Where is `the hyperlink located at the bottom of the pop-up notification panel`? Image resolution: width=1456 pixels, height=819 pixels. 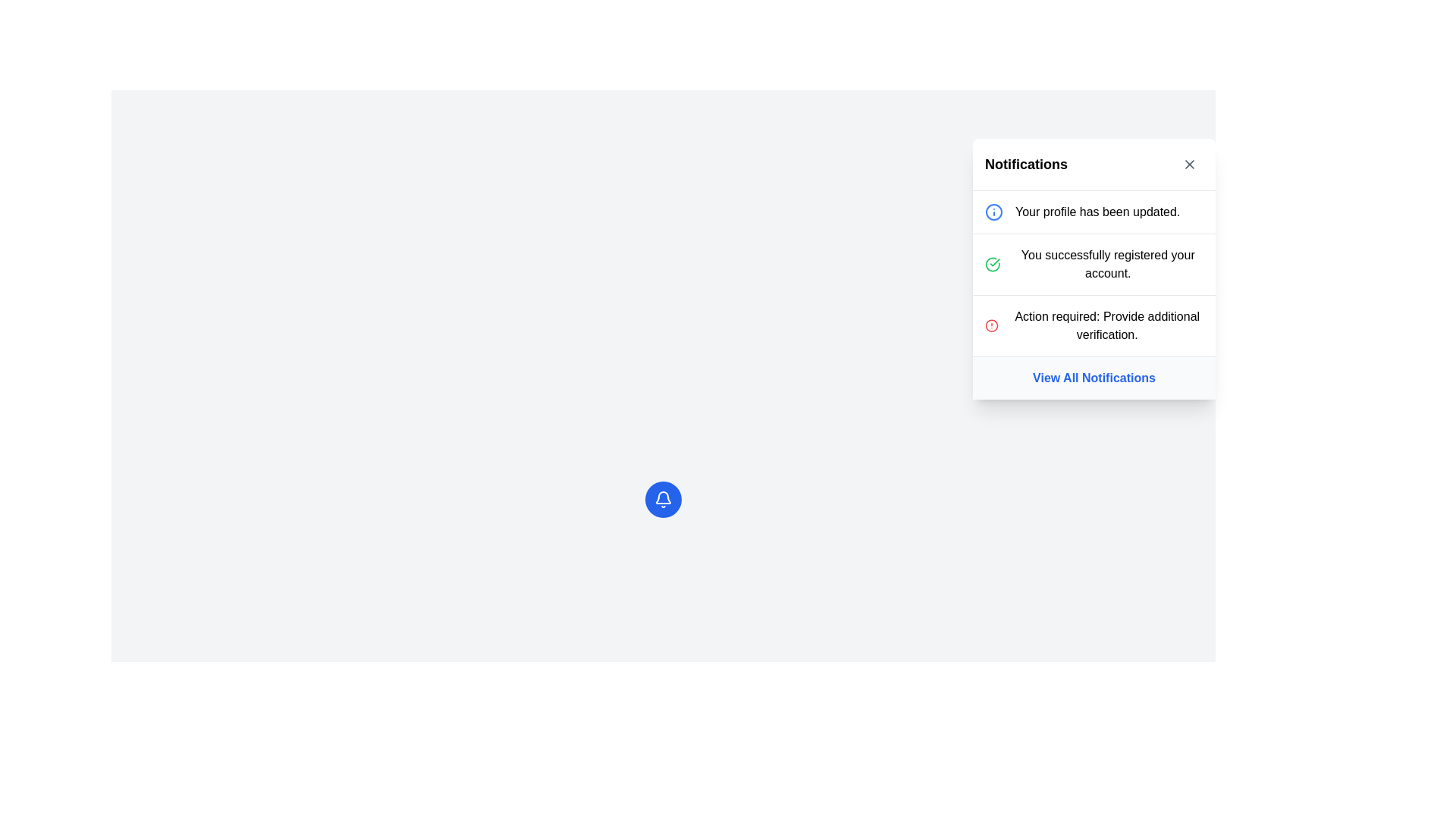 the hyperlink located at the bottom of the pop-up notification panel is located at coordinates (1094, 377).